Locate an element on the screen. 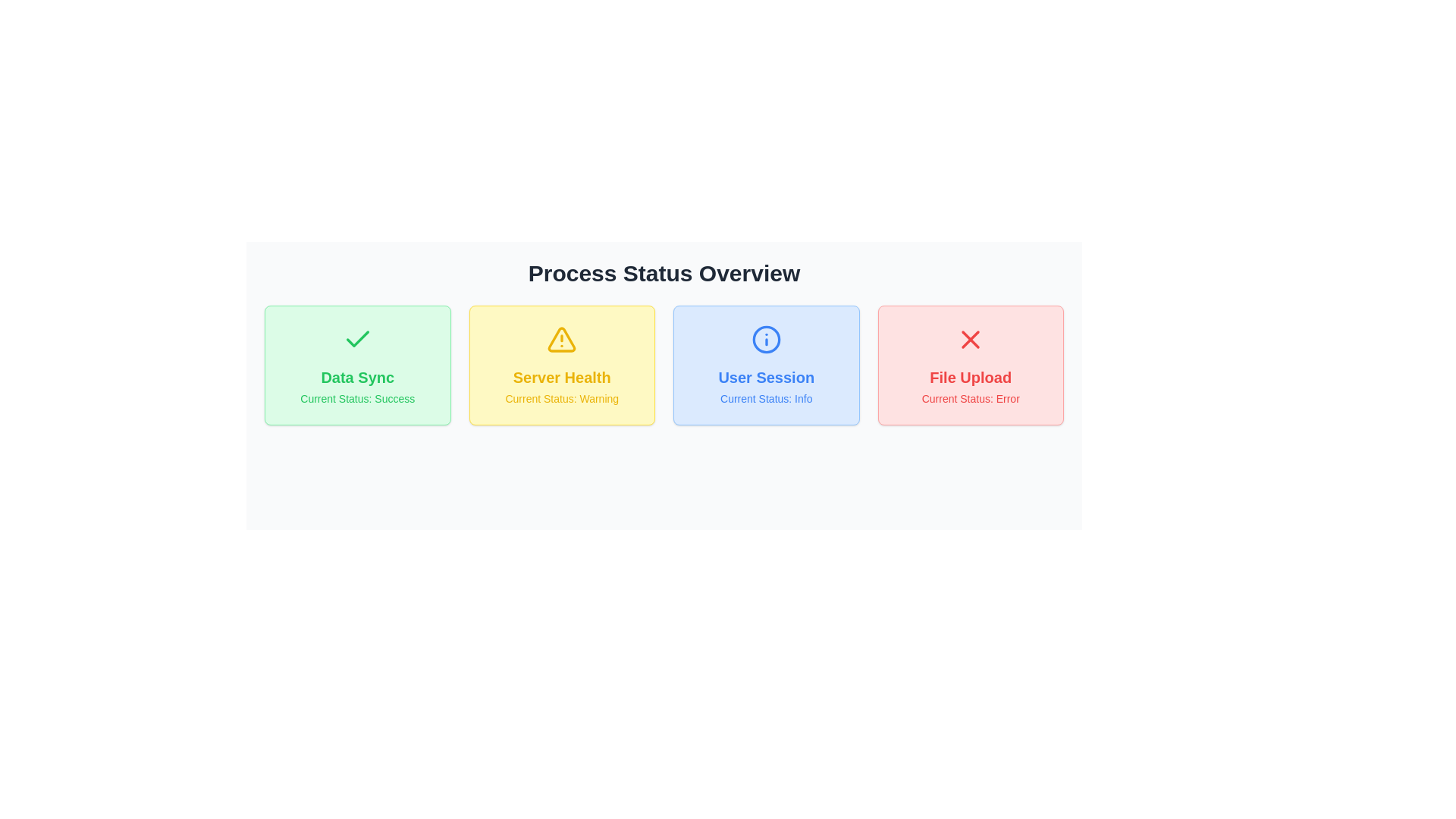 Image resolution: width=1456 pixels, height=819 pixels. the green checkmark icon, which indicates success, located centrally within the first light green status card labeled 'Data Sync' is located at coordinates (356, 338).